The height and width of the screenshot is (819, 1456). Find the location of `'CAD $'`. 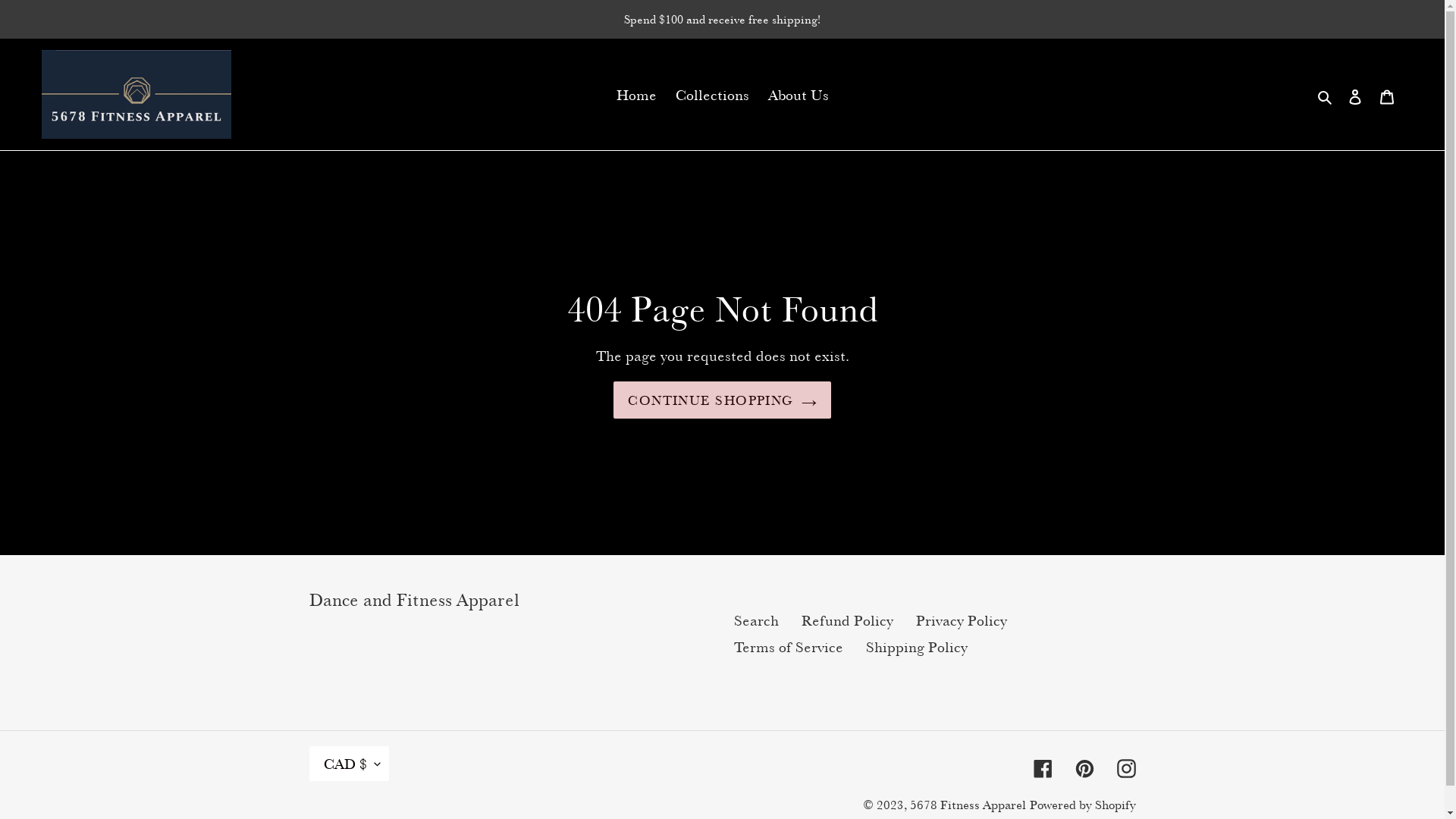

'CAD $' is located at coordinates (348, 764).